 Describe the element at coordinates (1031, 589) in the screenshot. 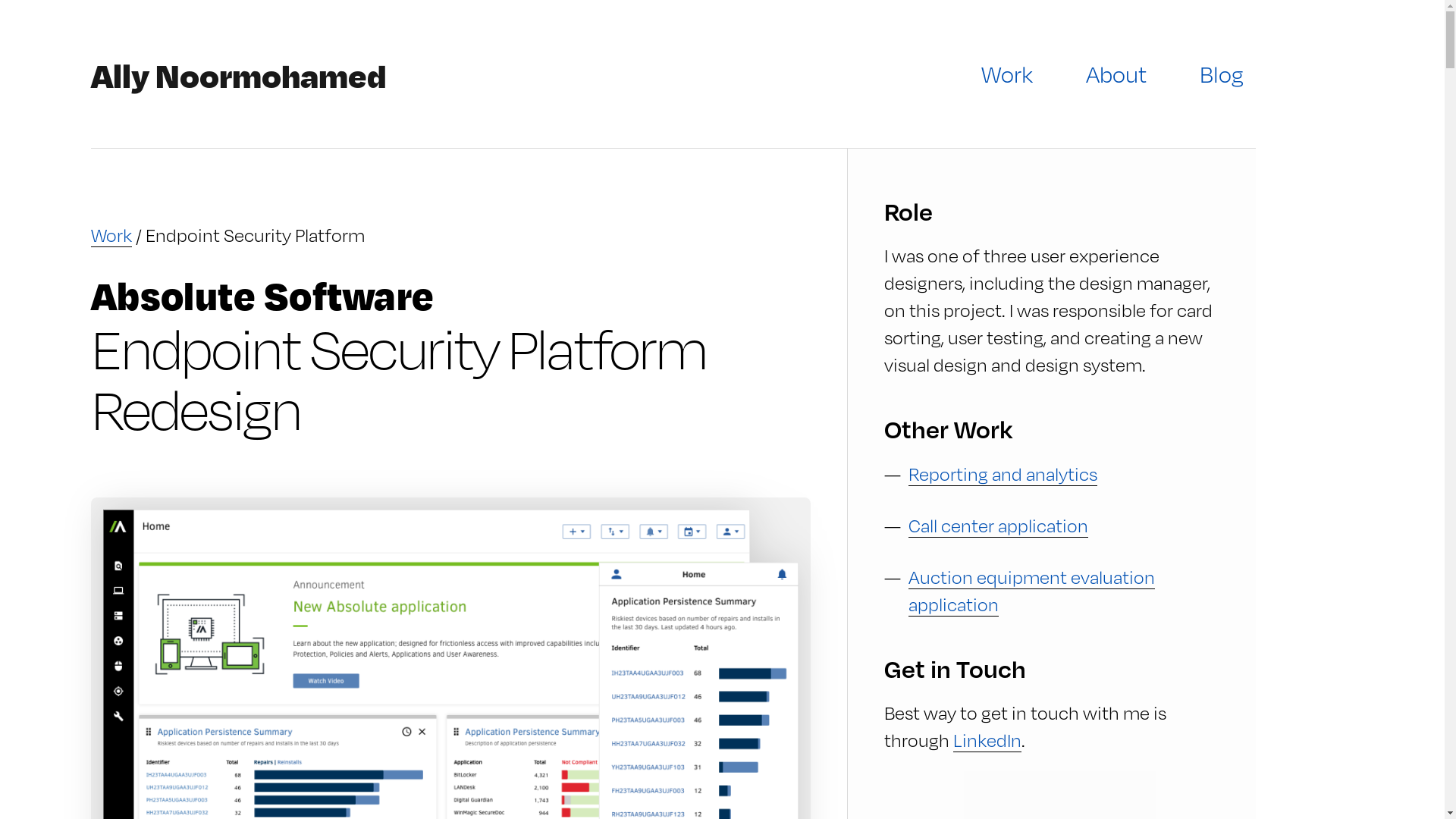

I see `'Auction equipment evaluation application'` at that location.